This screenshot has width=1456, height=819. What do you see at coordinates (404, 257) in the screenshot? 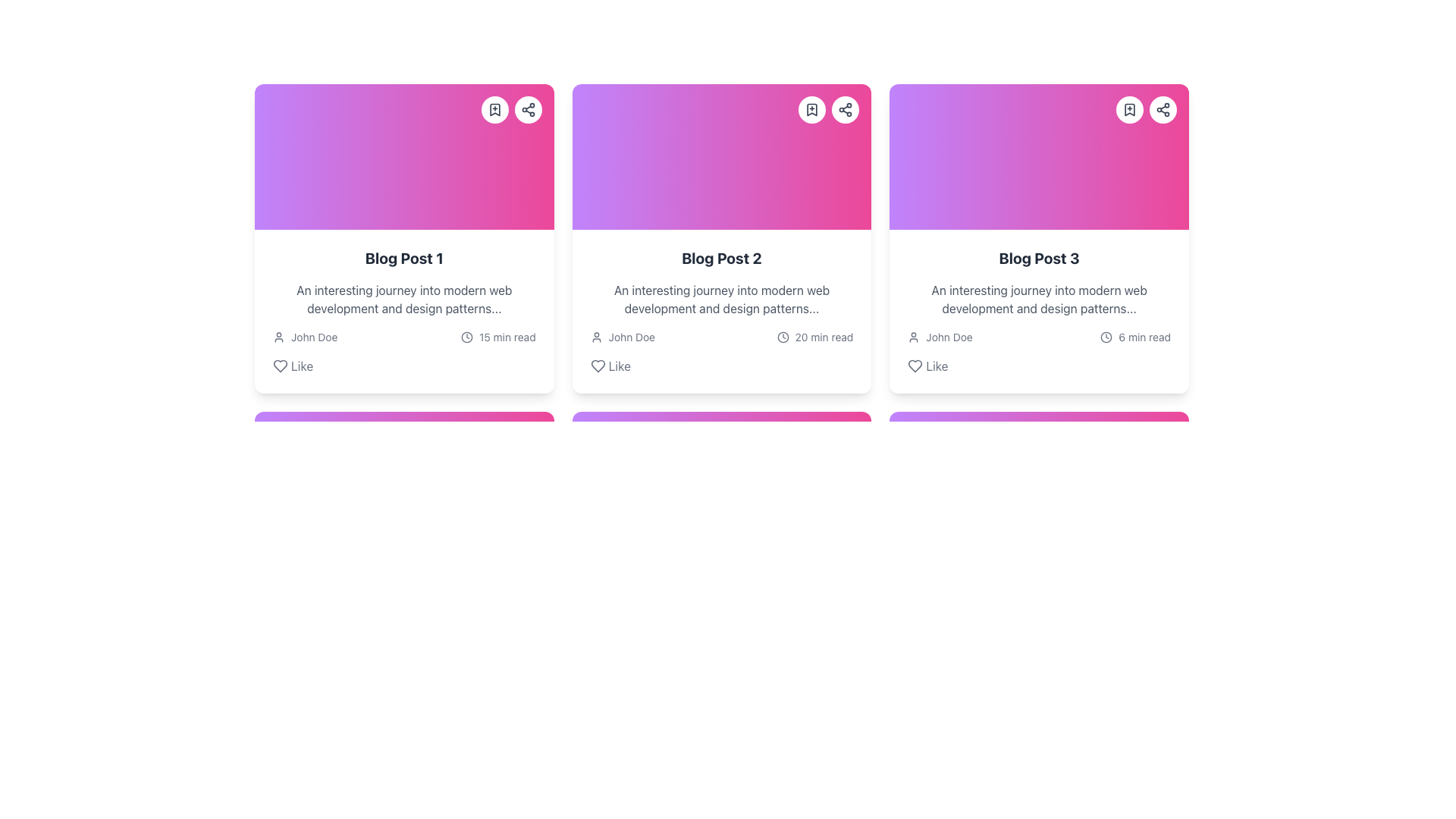
I see `the text block that serves as the headline or title for the blog post, located at the top of the card layout` at bounding box center [404, 257].